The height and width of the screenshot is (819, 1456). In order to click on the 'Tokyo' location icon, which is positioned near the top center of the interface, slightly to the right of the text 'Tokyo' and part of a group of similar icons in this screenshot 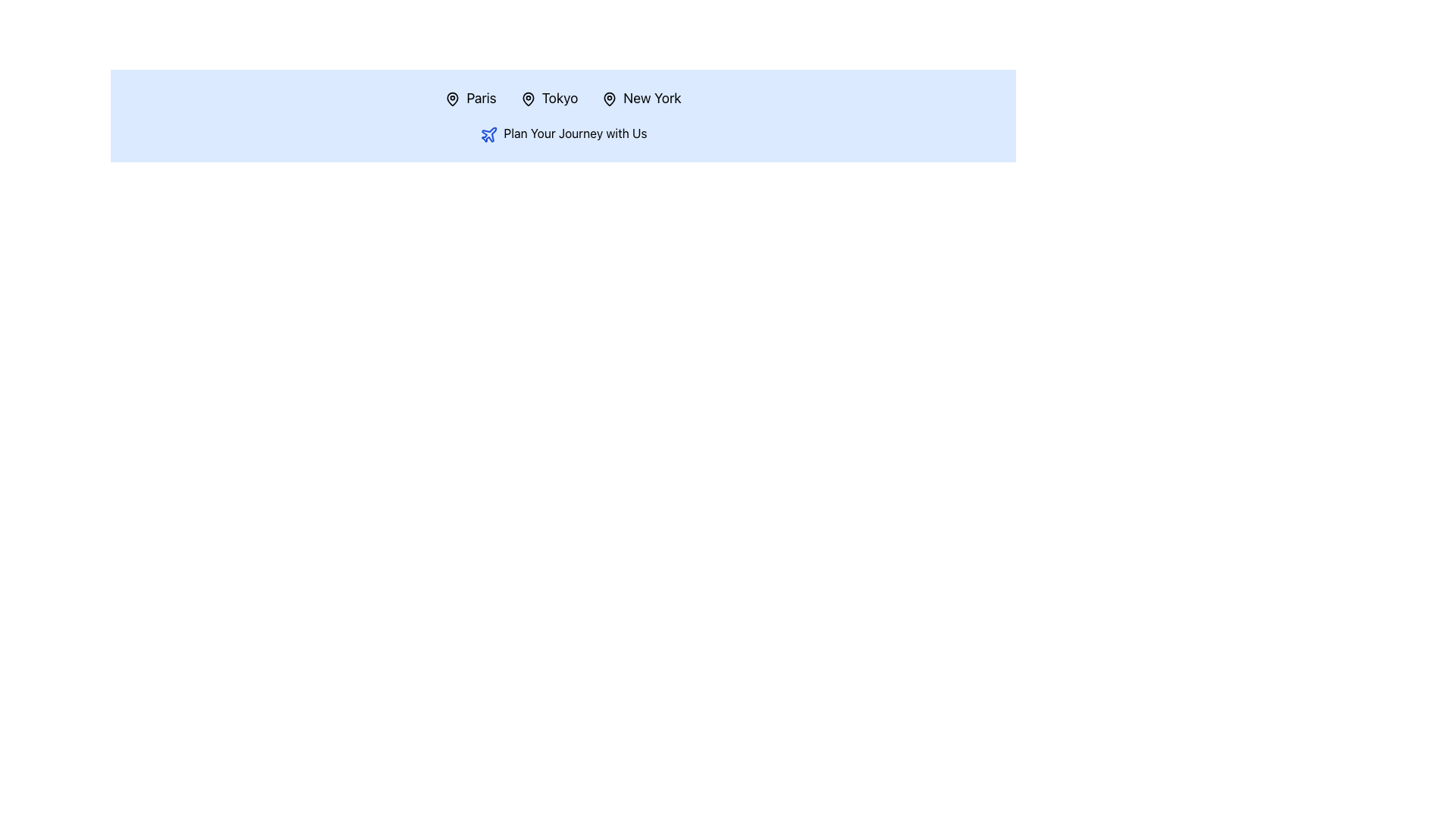, I will do `click(528, 99)`.